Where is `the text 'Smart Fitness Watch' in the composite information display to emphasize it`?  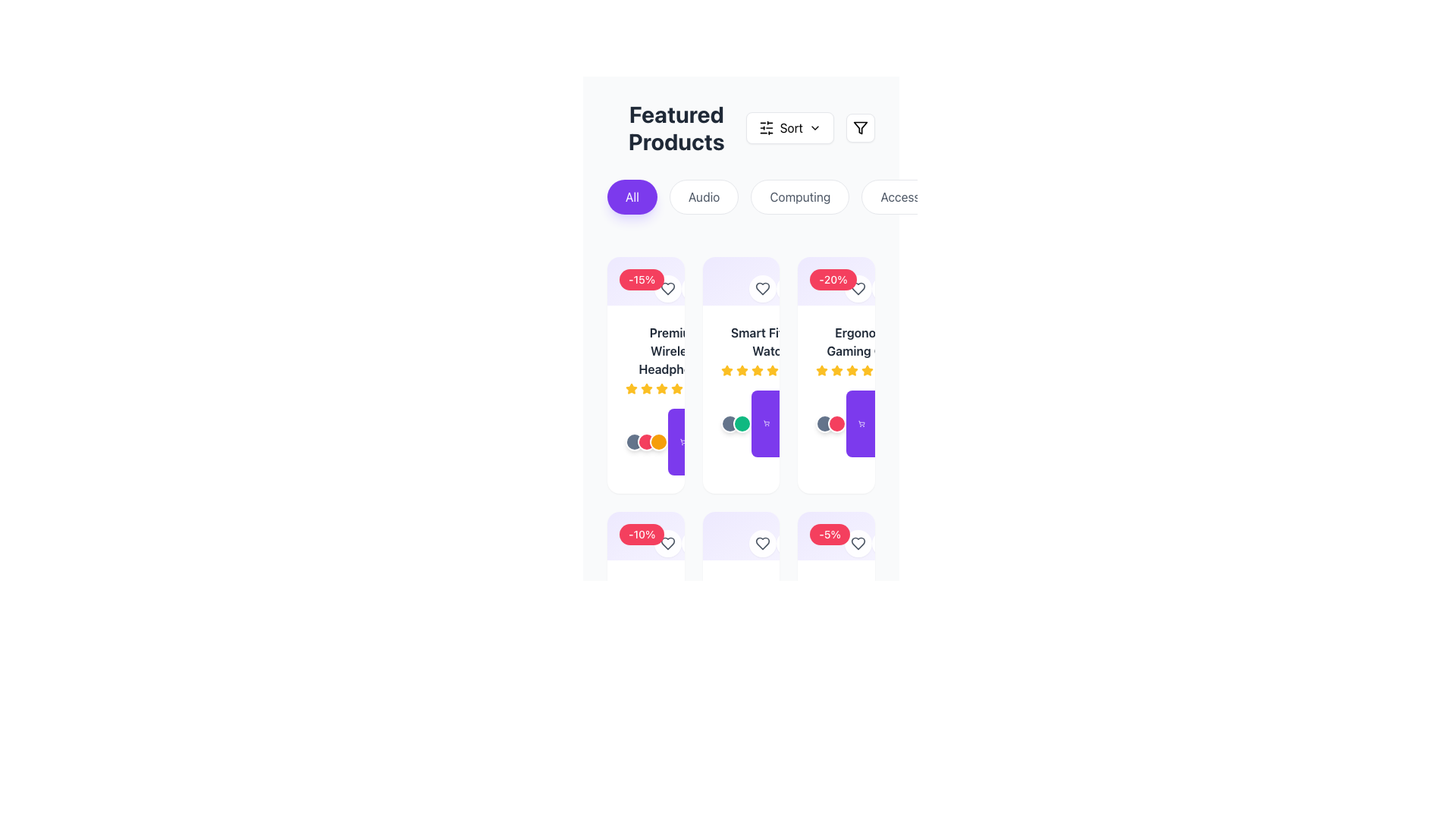 the text 'Smart Fitness Watch' in the composite information display to emphasize it is located at coordinates (770, 350).